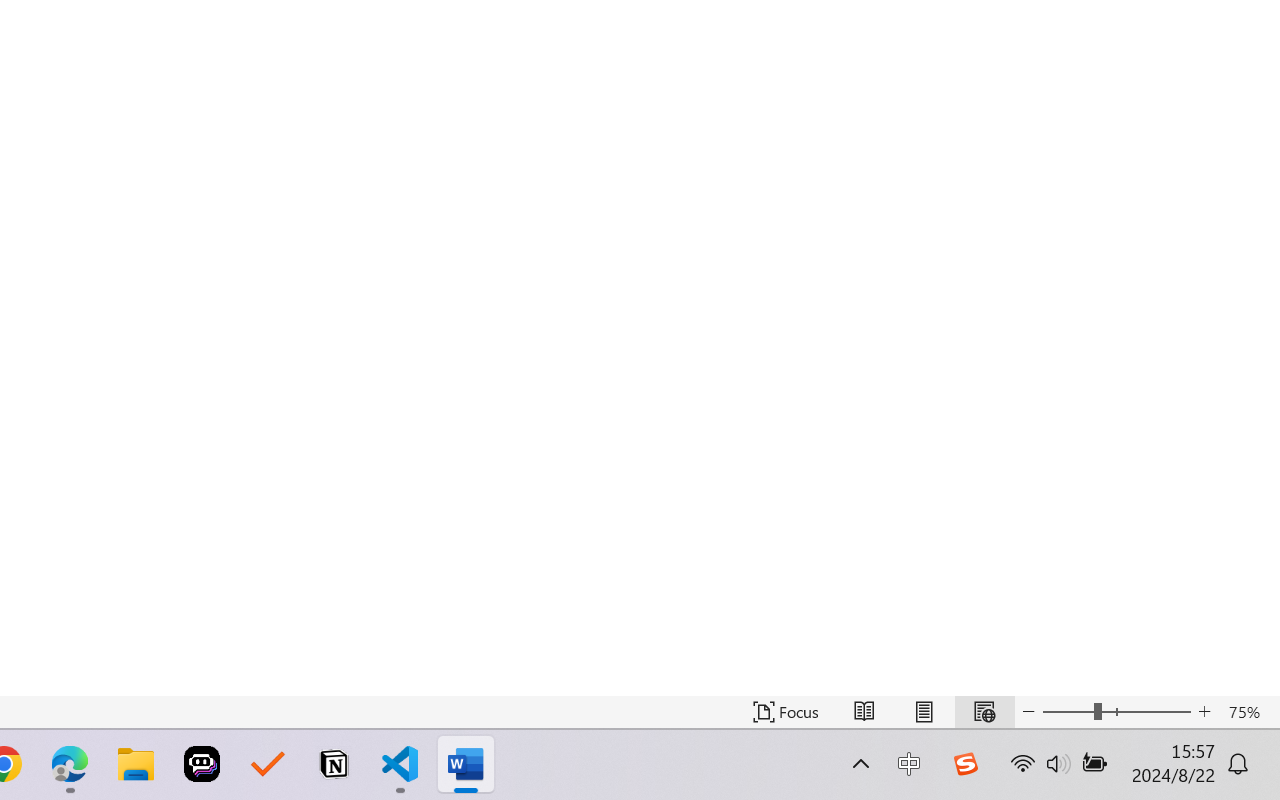  Describe the element at coordinates (984, 711) in the screenshot. I see `'Web Layout'` at that location.